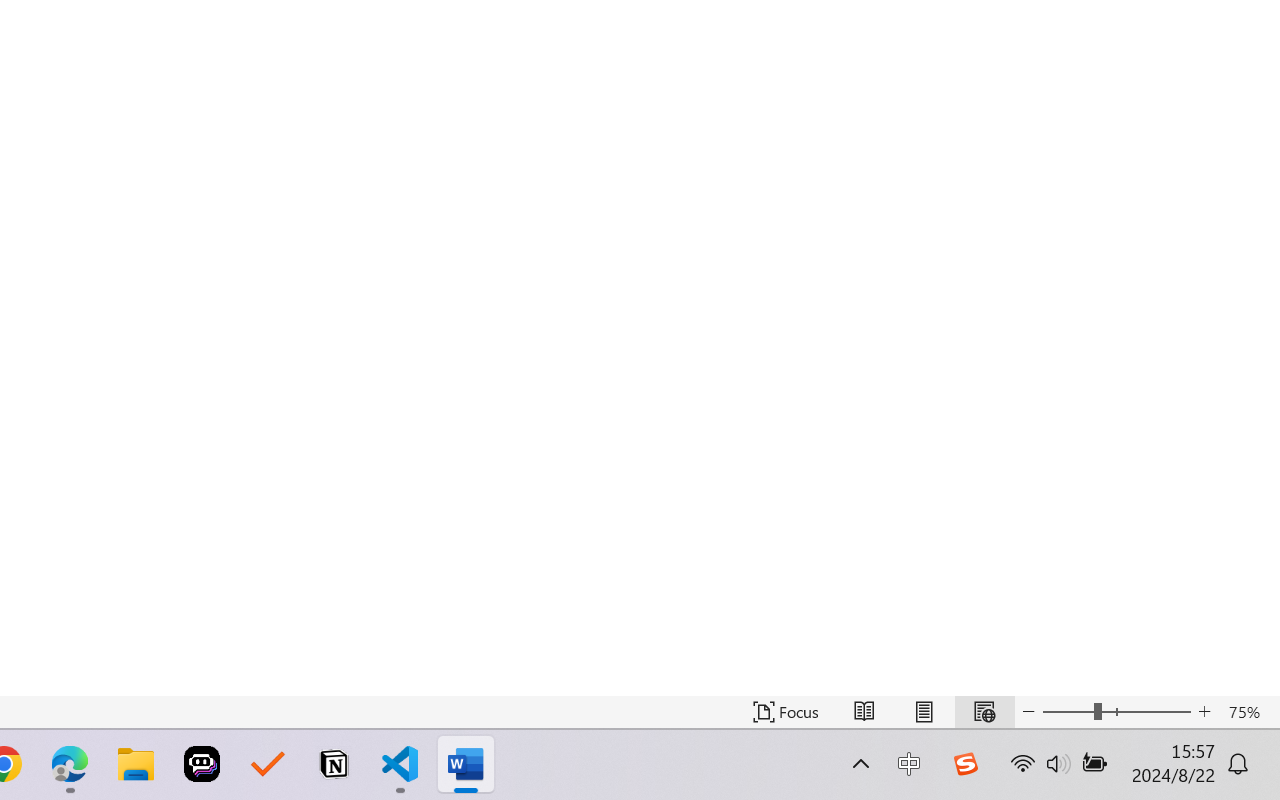  Describe the element at coordinates (984, 711) in the screenshot. I see `'Web Layout'` at that location.